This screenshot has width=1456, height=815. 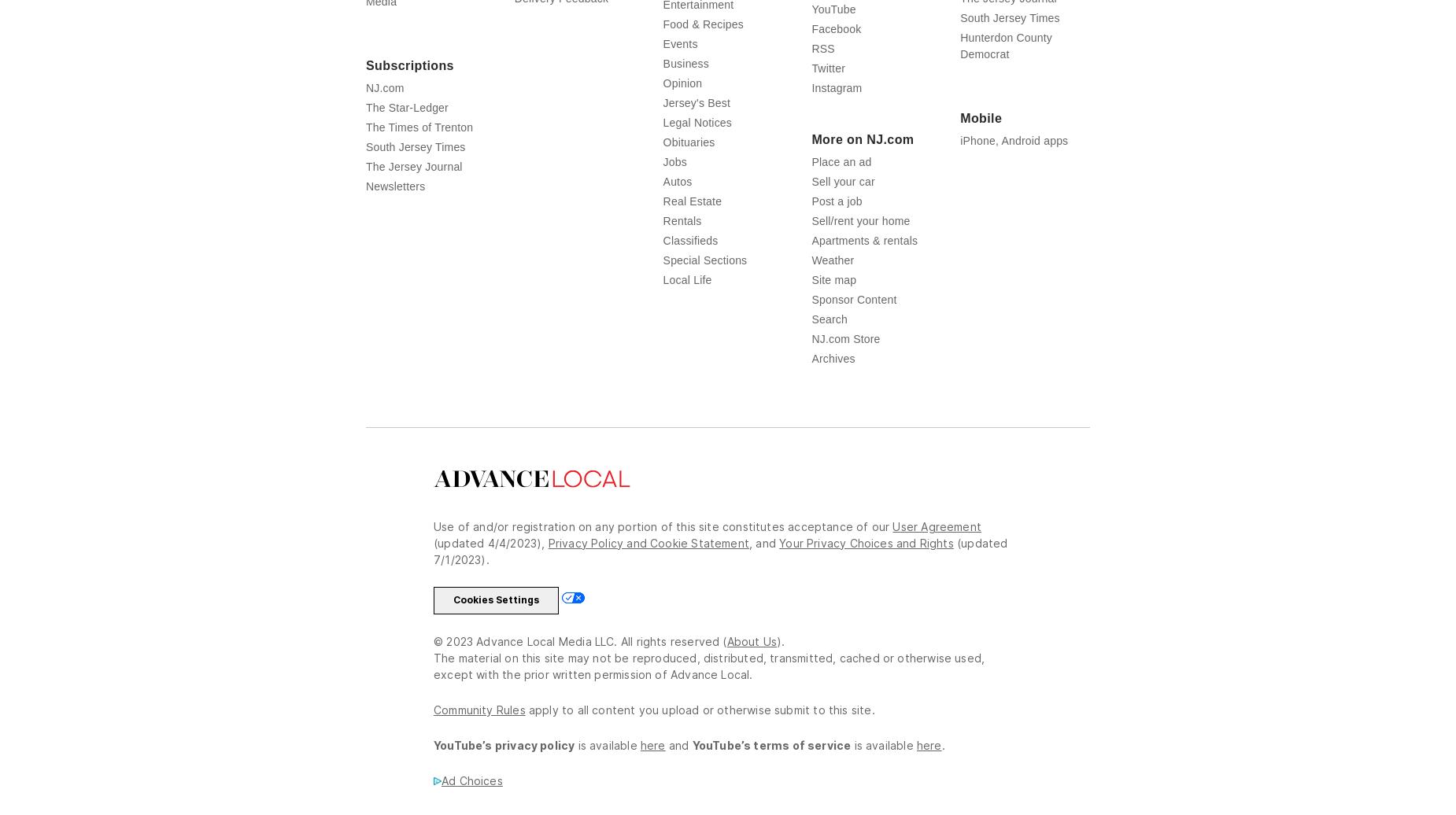 I want to click on 'Subscriptions', so click(x=409, y=65).